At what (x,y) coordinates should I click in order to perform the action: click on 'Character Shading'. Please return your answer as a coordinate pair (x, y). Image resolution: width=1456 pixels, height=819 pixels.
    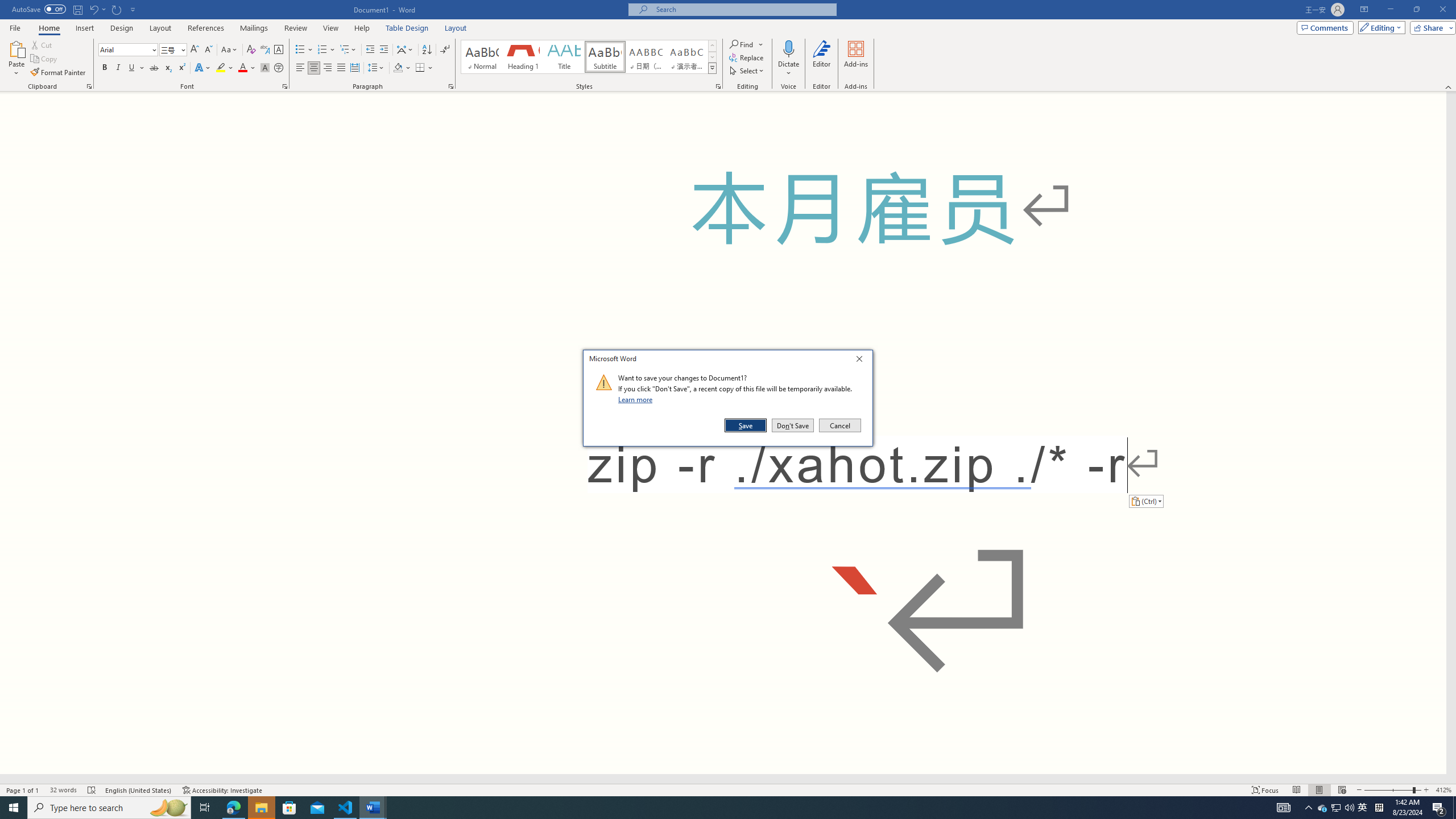
    Looking at the image, I should click on (264, 67).